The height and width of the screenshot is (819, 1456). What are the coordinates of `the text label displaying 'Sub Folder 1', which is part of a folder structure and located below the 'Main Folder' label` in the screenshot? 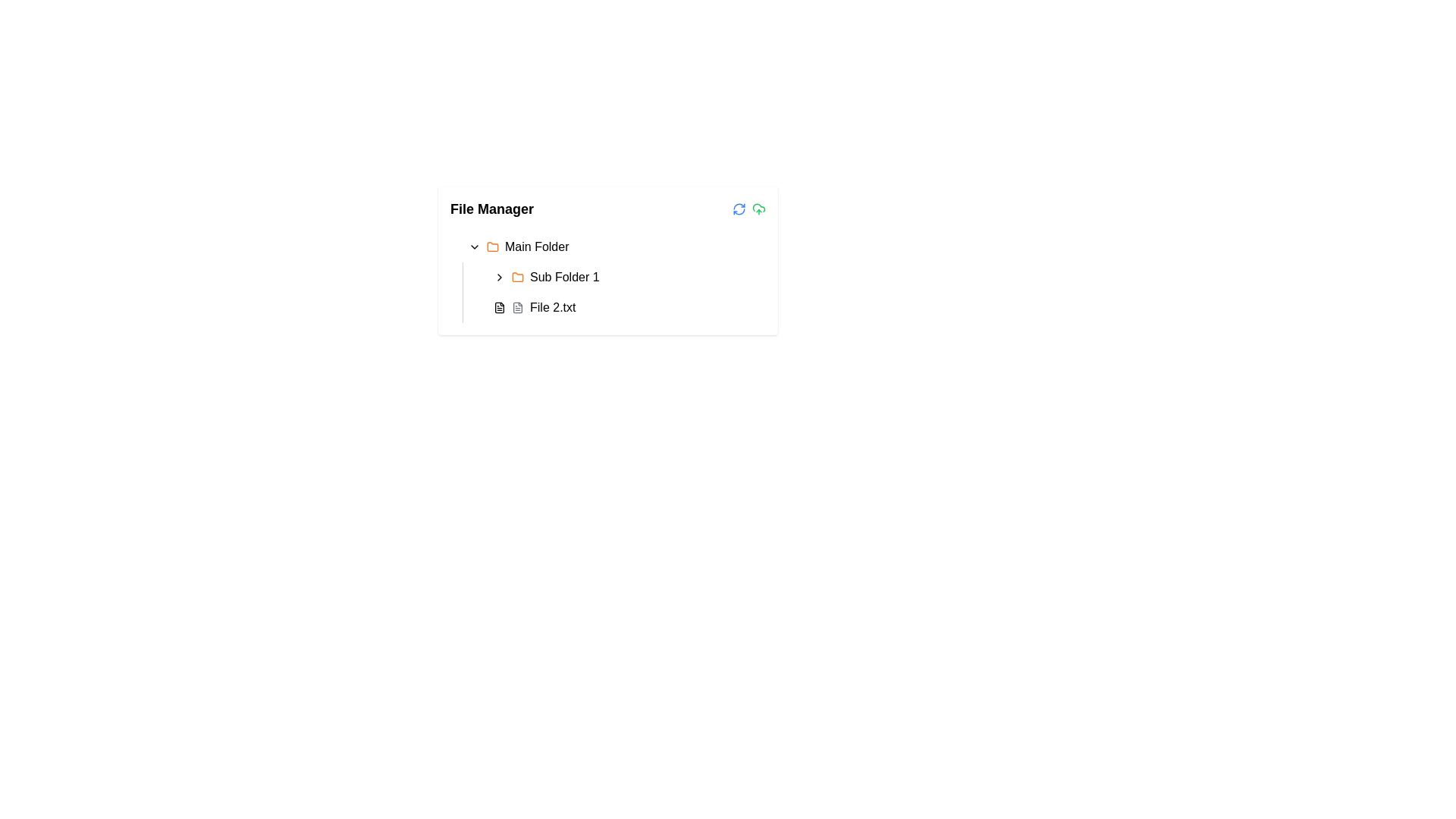 It's located at (563, 278).